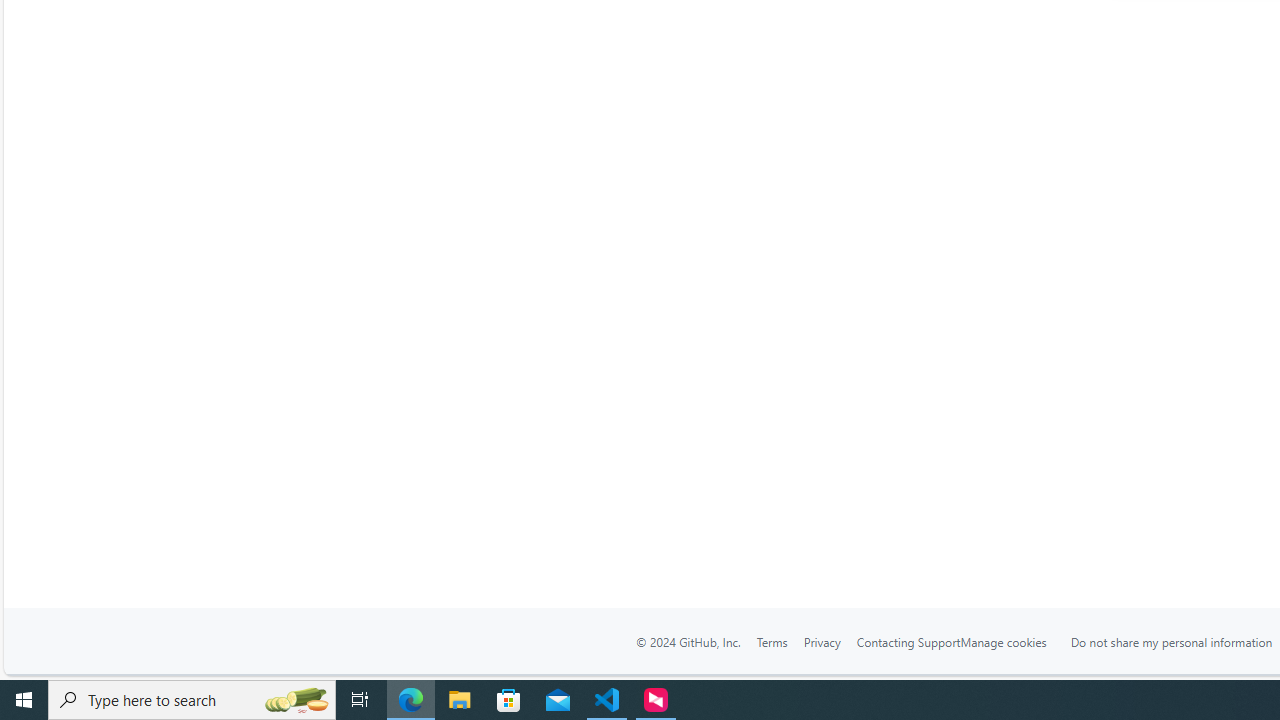 Image resolution: width=1280 pixels, height=720 pixels. What do you see at coordinates (771, 641) in the screenshot?
I see `'Terms'` at bounding box center [771, 641].